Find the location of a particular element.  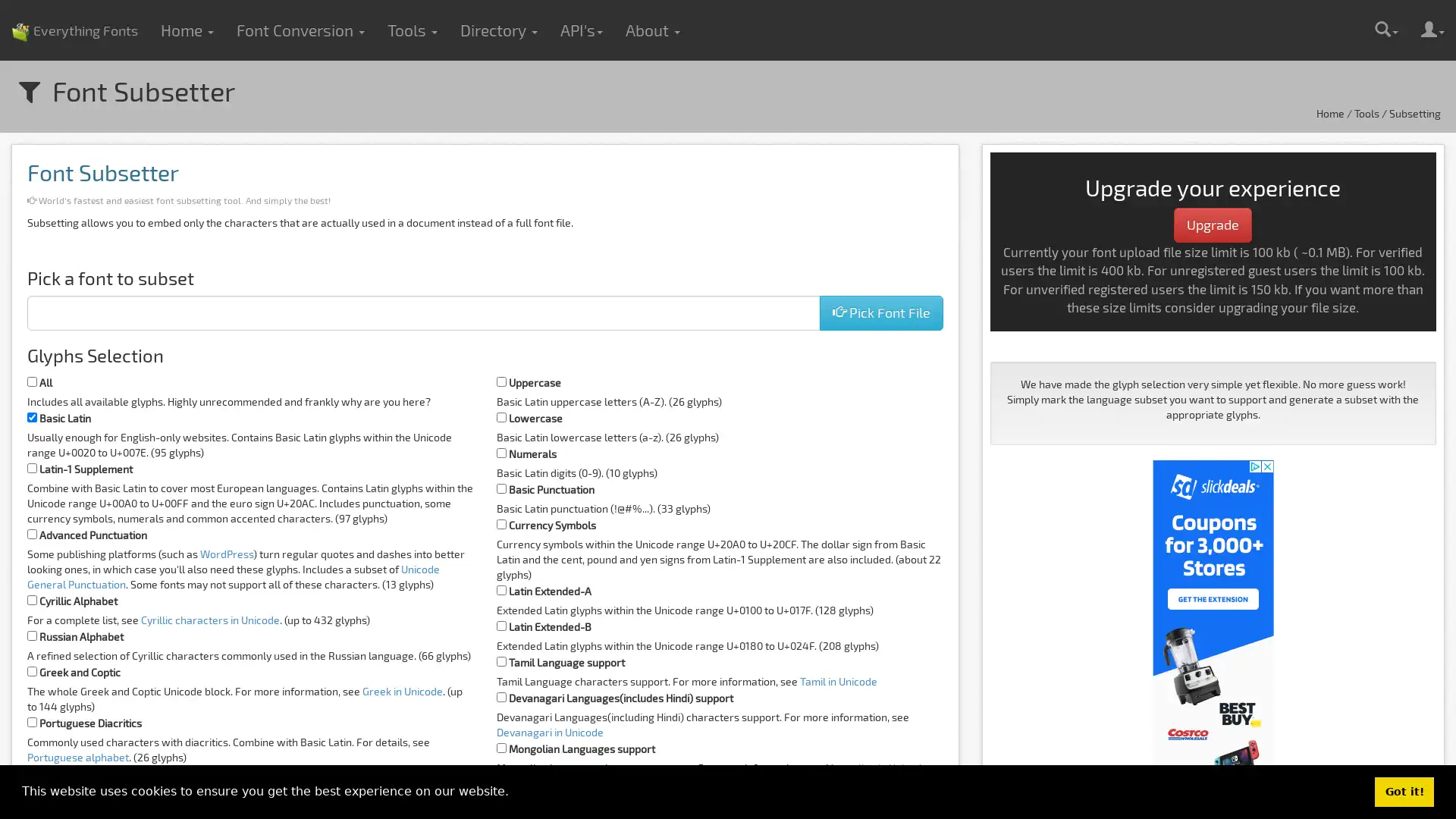

Choose Files is located at coordinates (705, 306).